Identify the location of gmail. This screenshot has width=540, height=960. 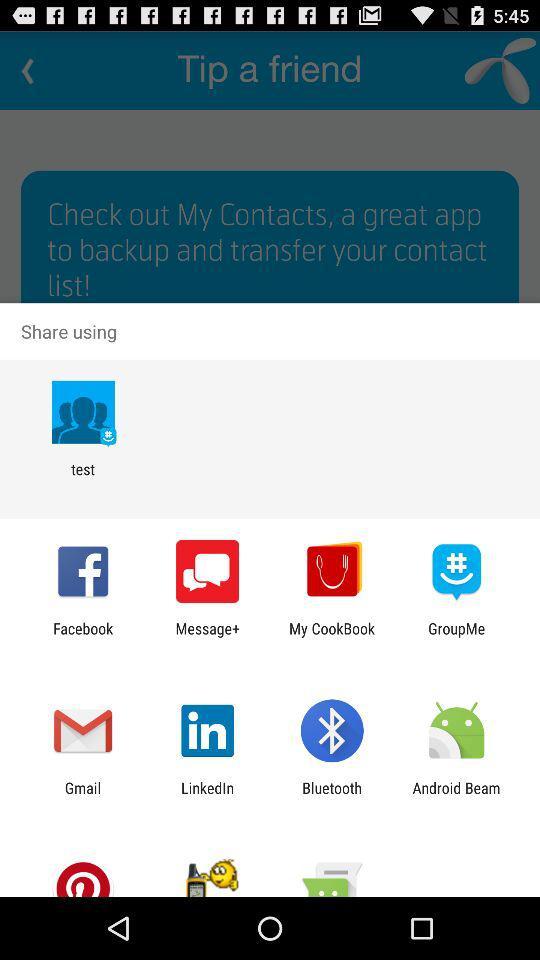
(82, 796).